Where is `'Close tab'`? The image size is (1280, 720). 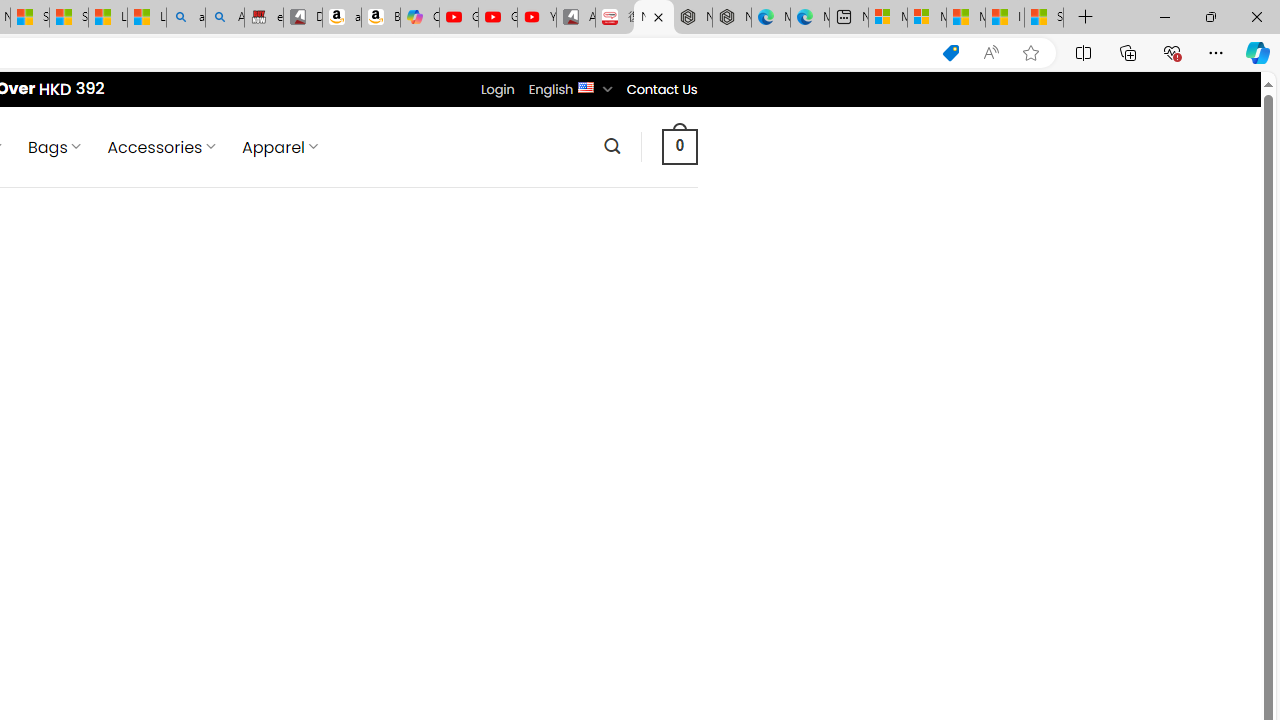 'Close tab' is located at coordinates (658, 17).